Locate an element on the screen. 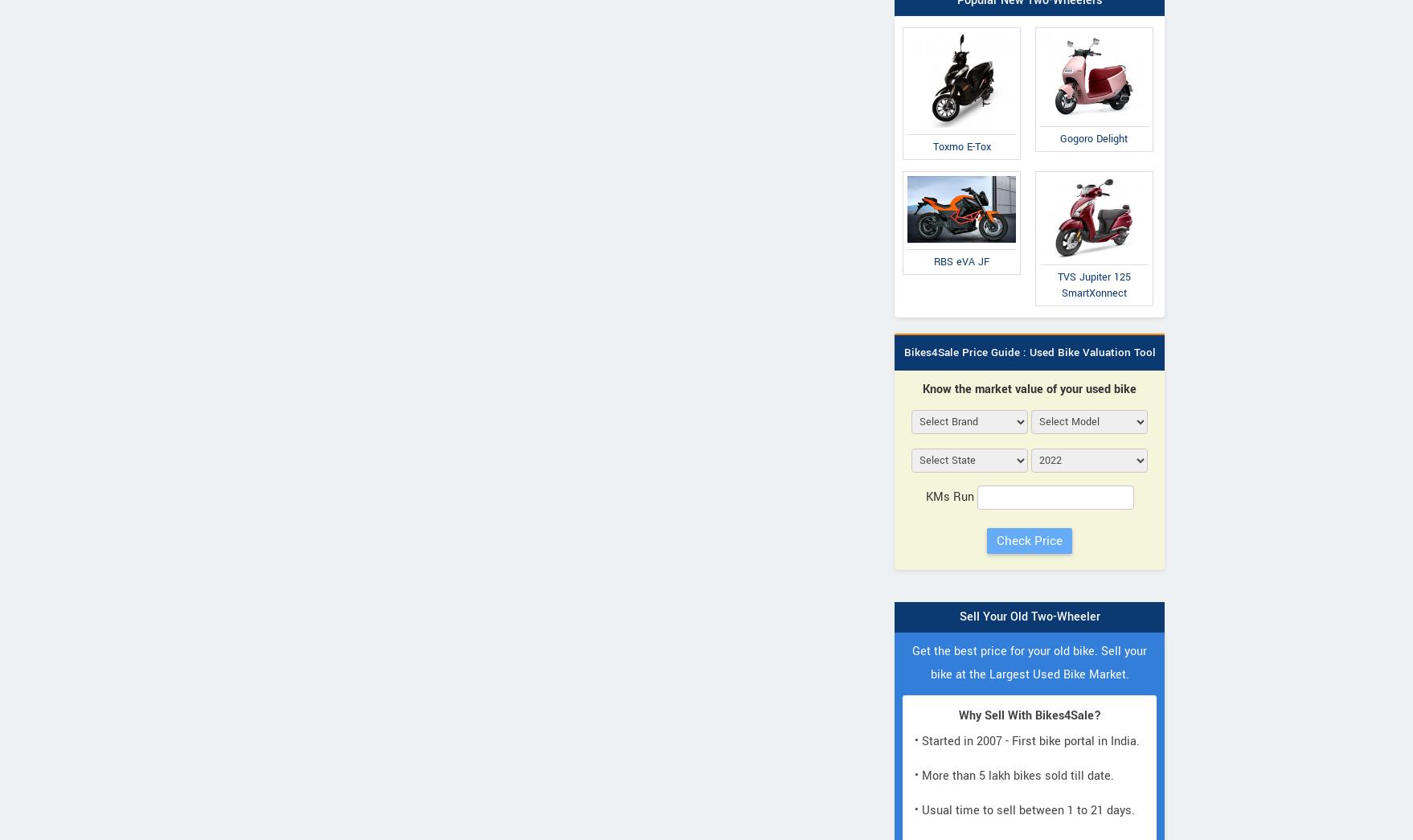 The width and height of the screenshot is (1413, 840). 'KMs Run' is located at coordinates (950, 495).